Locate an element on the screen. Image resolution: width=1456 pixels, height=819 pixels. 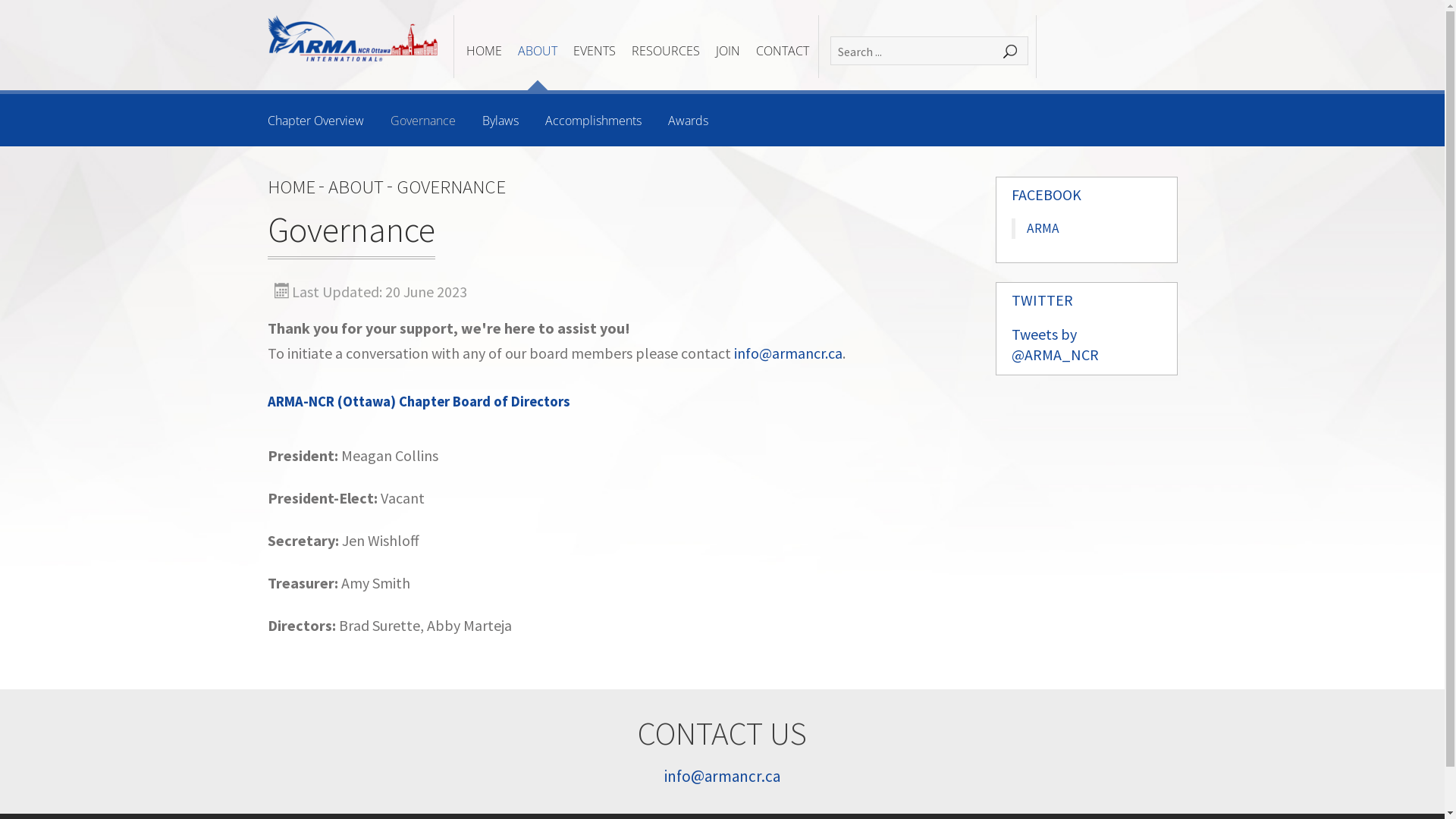
'ABOUT' is located at coordinates (537, 50).